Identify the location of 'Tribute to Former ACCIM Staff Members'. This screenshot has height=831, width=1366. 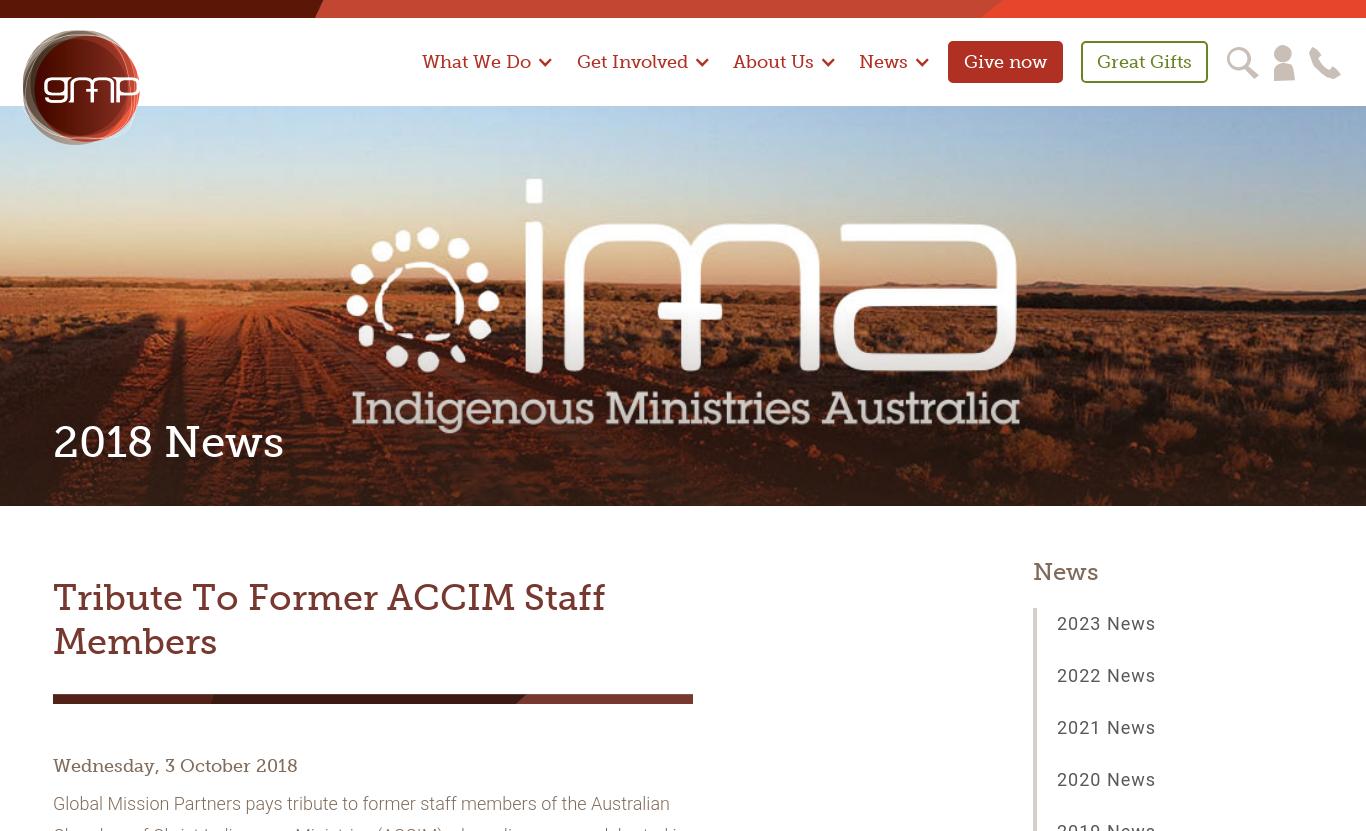
(53, 618).